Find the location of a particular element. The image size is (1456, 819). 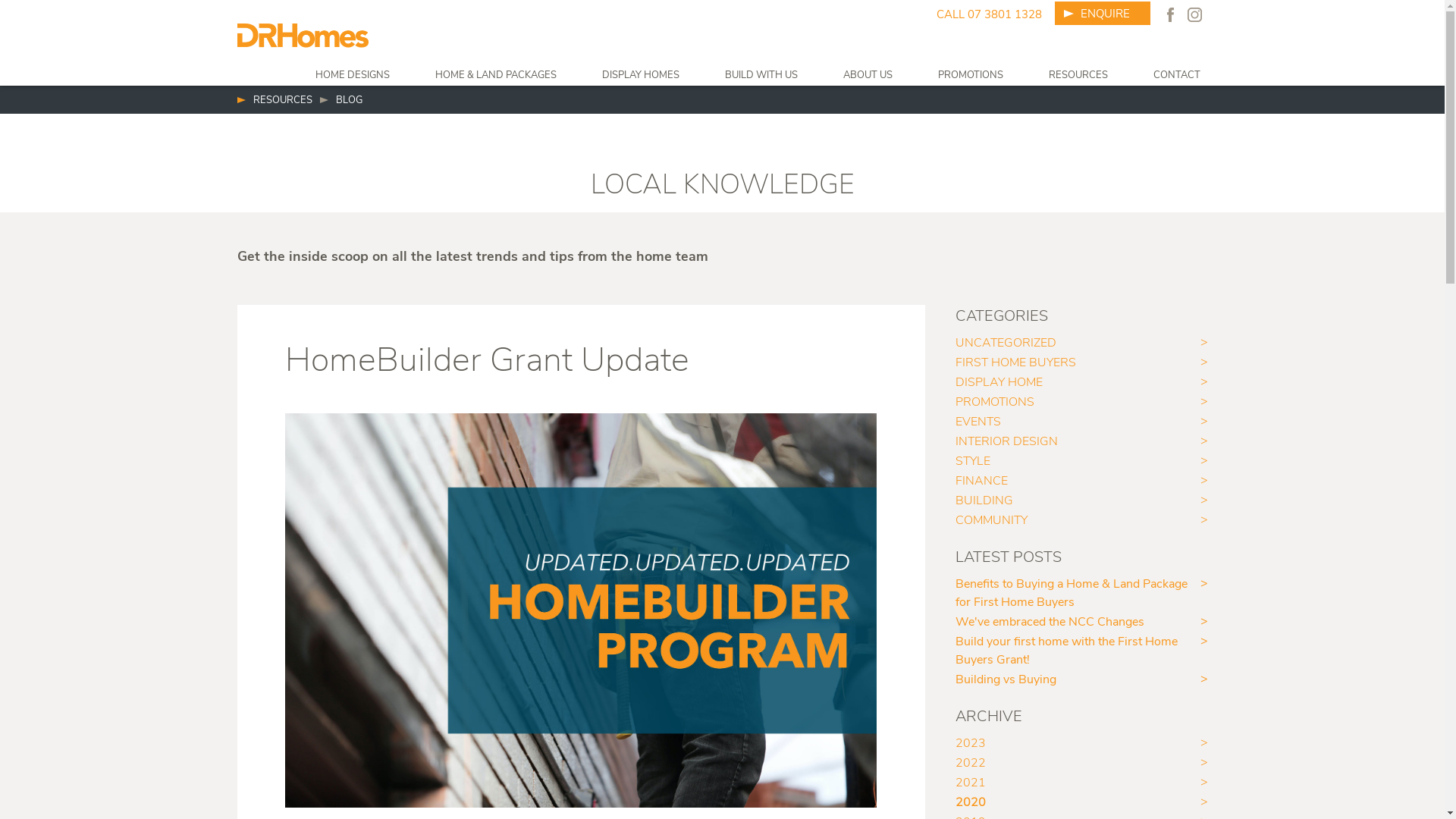

'2023' is located at coordinates (1080, 742).